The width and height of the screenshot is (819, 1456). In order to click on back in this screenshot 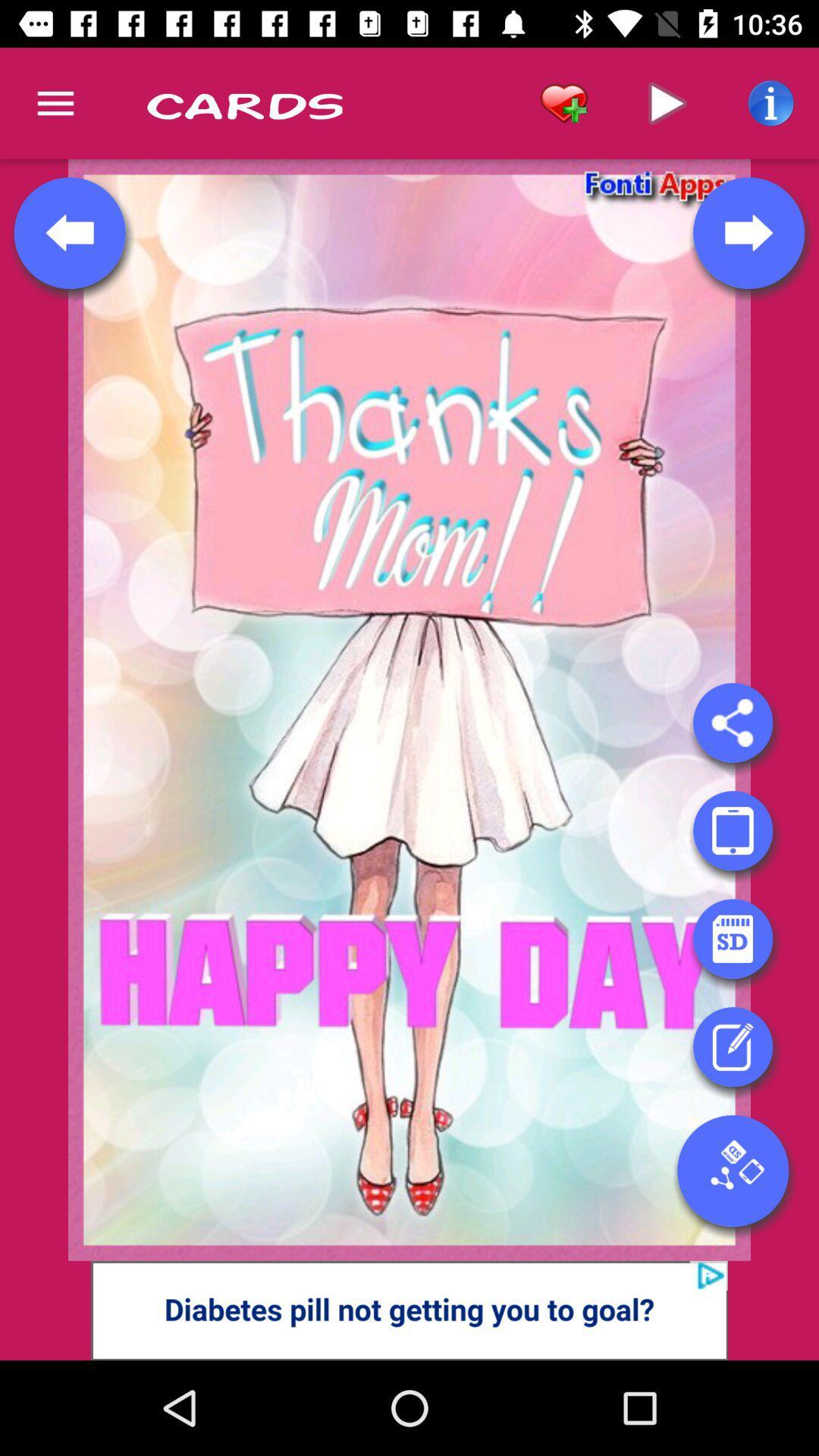, I will do `click(70, 232)`.